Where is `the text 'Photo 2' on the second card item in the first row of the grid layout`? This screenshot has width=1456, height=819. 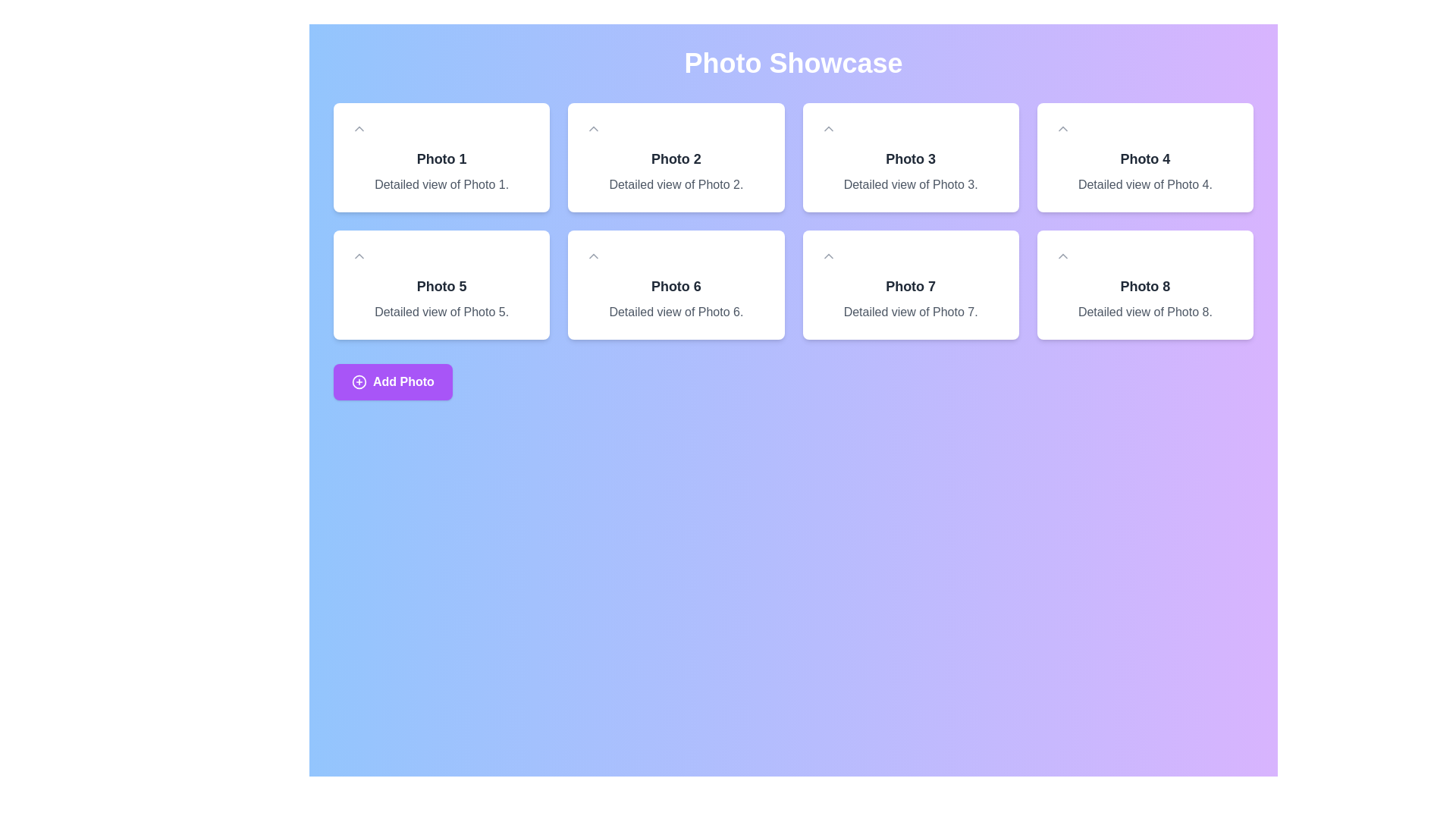 the text 'Photo 2' on the second card item in the first row of the grid layout is located at coordinates (675, 158).